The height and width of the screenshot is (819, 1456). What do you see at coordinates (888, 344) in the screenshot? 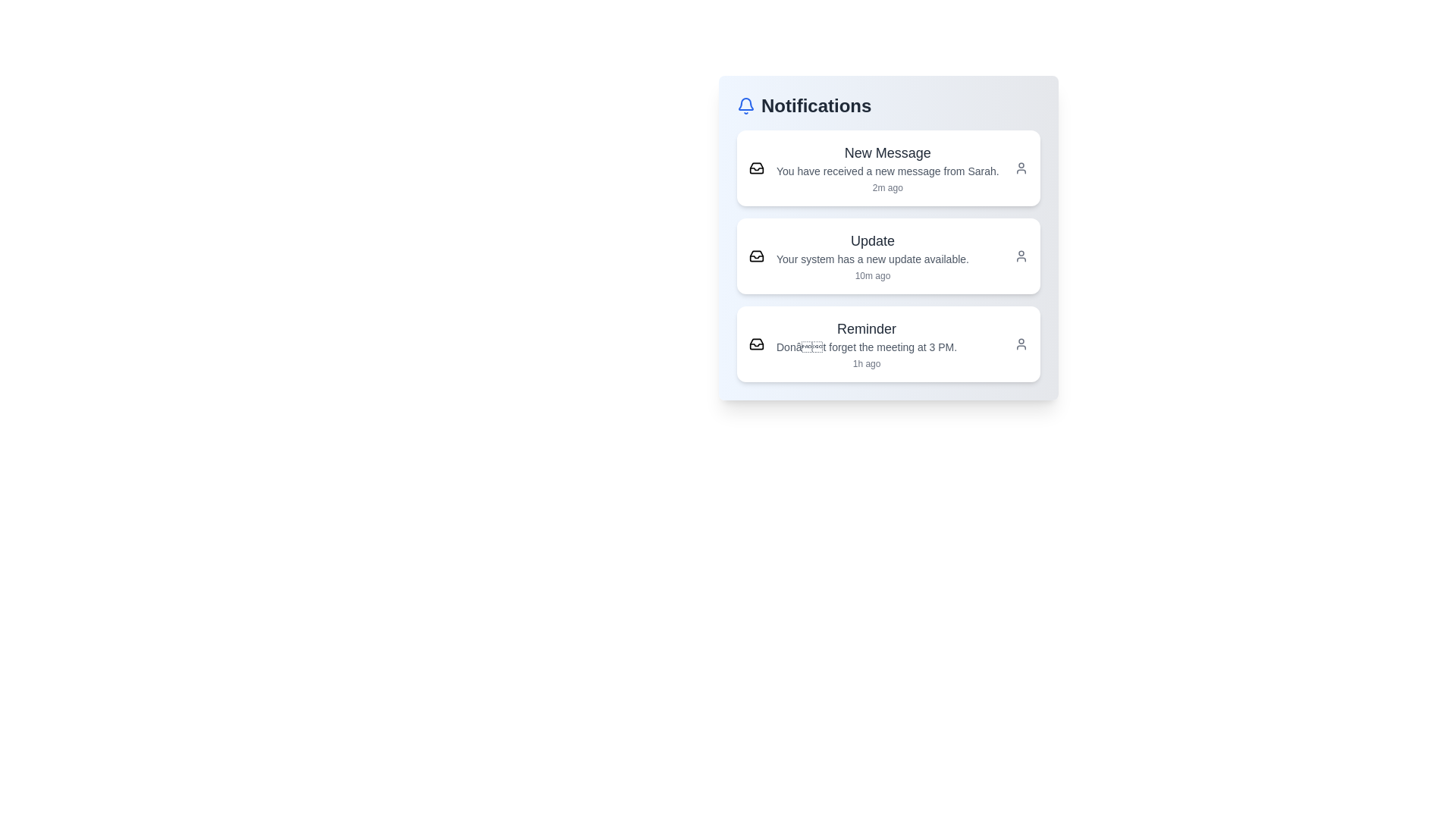
I see `the notification titled 'Reminder' to view its details` at bounding box center [888, 344].